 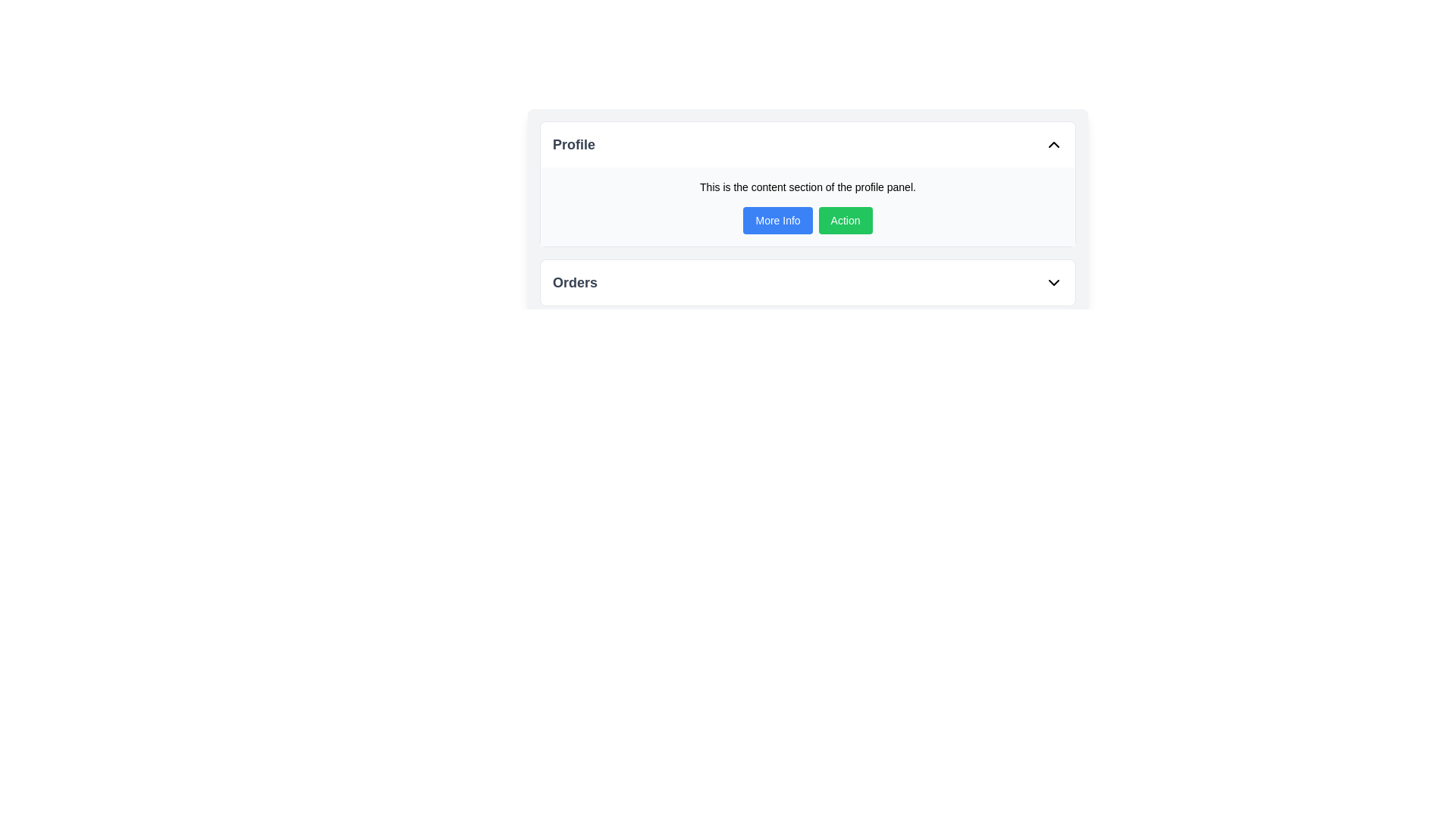 I want to click on the 'More Info' button located in the Profile section to observe the hover effect, so click(x=778, y=220).